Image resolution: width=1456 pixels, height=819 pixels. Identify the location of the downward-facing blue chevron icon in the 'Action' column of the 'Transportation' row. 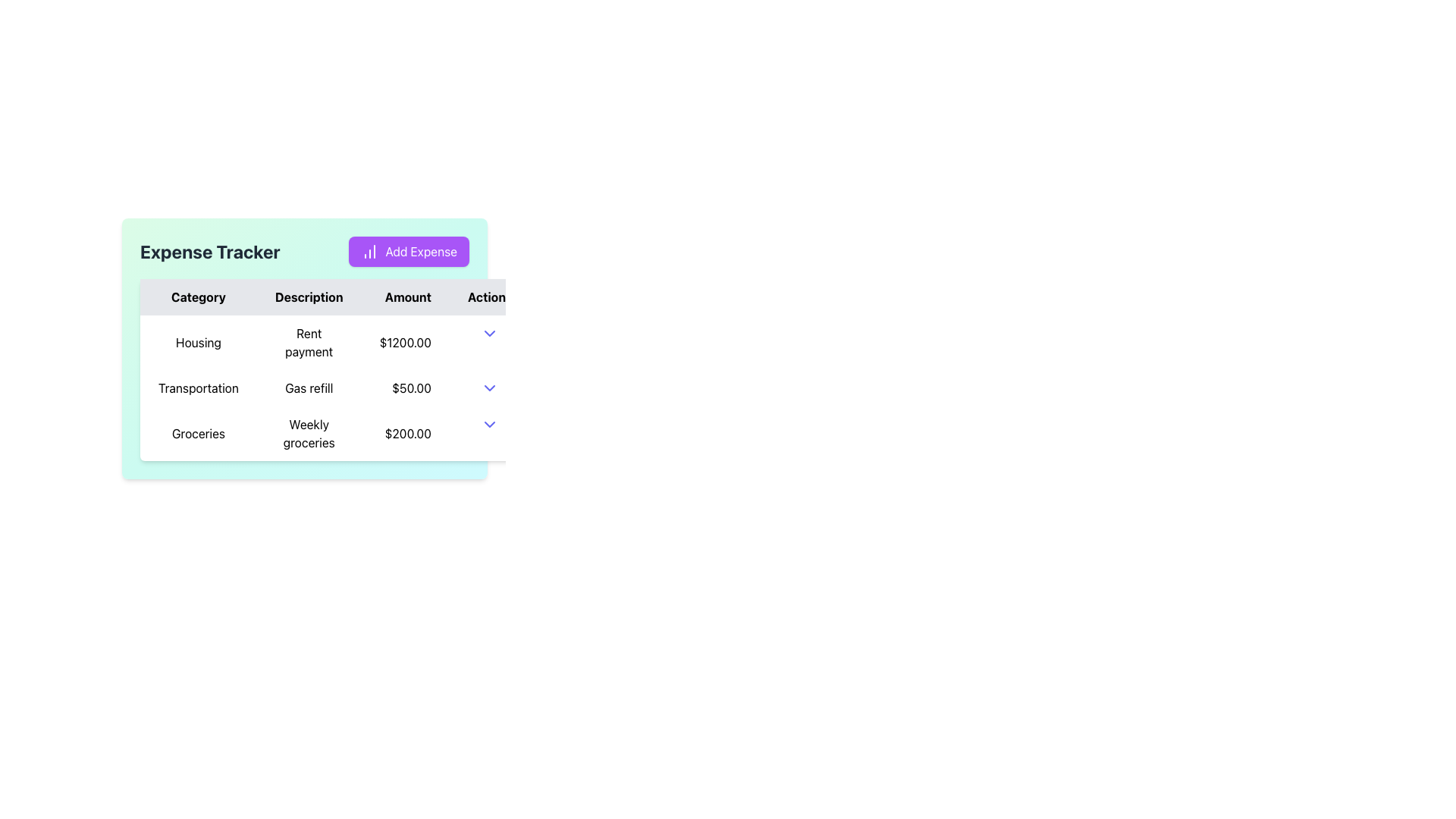
(490, 388).